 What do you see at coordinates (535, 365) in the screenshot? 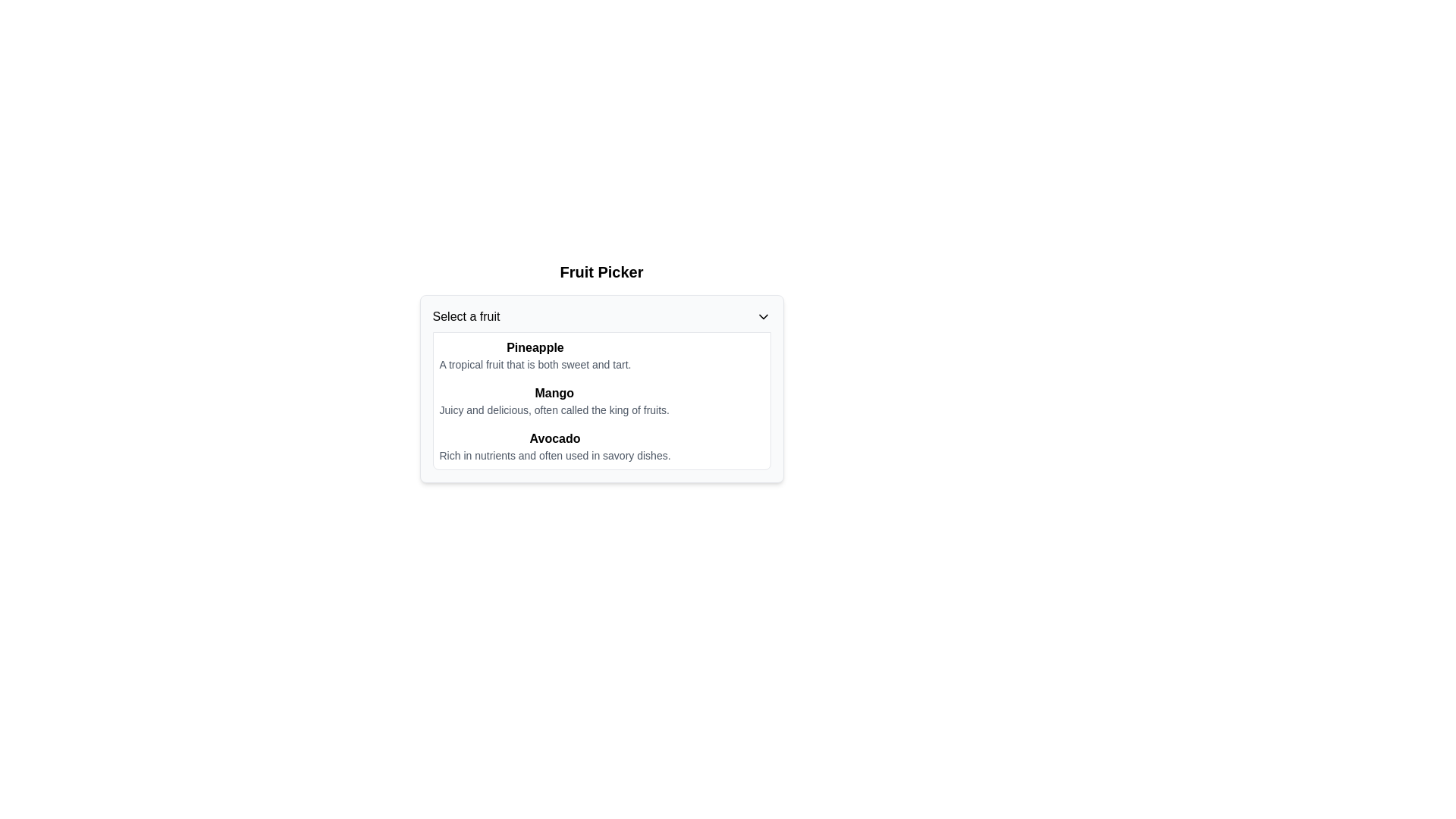
I see `the single line of light gray text located directly under the bolded text 'Pineapple' within the dropdown menu labeled 'Select a fruit'` at bounding box center [535, 365].